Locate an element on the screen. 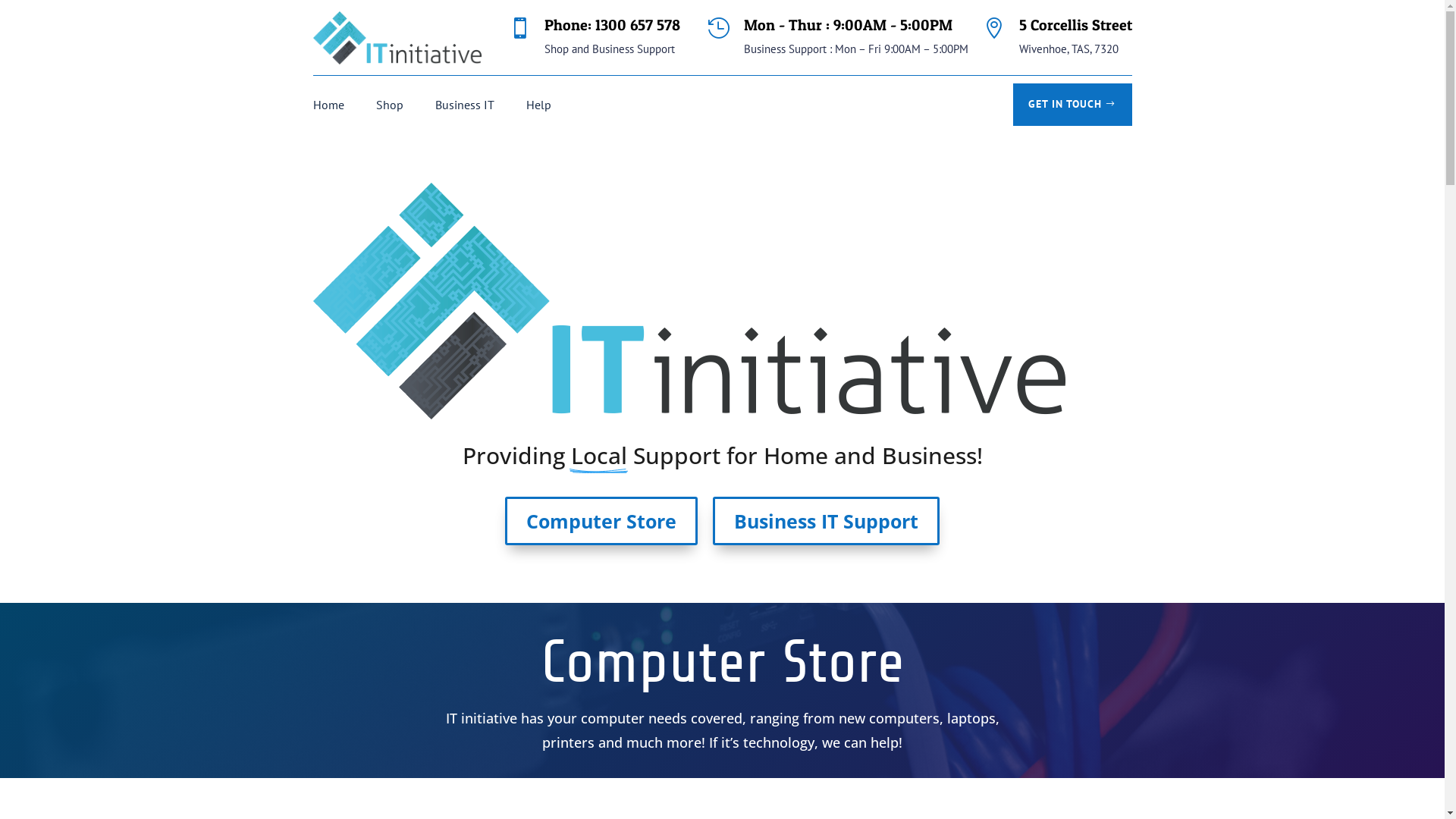 The image size is (1456, 819). 'ITINIT~1' is located at coordinates (687, 301).